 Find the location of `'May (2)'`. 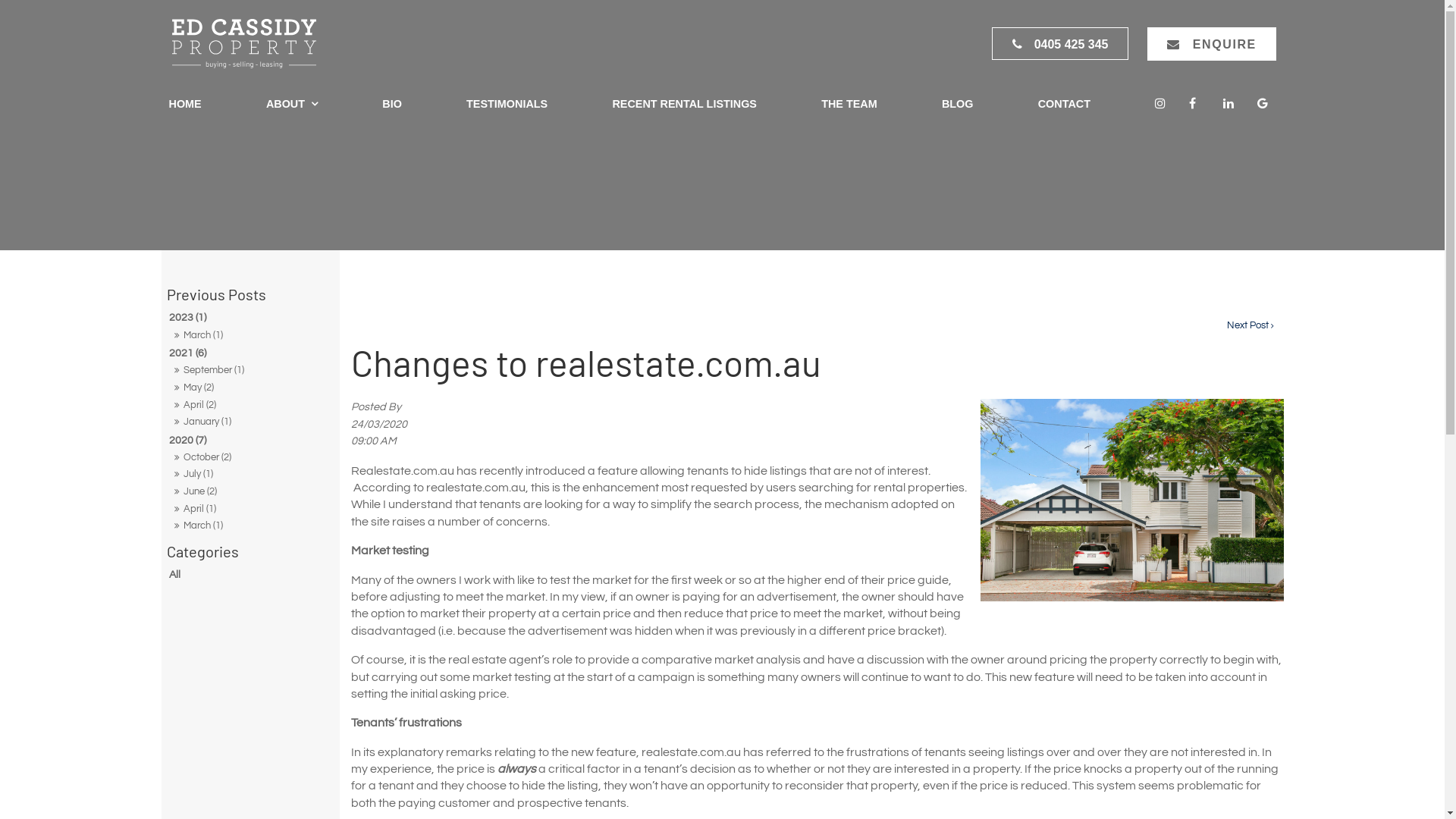

'May (2)' is located at coordinates (250, 388).